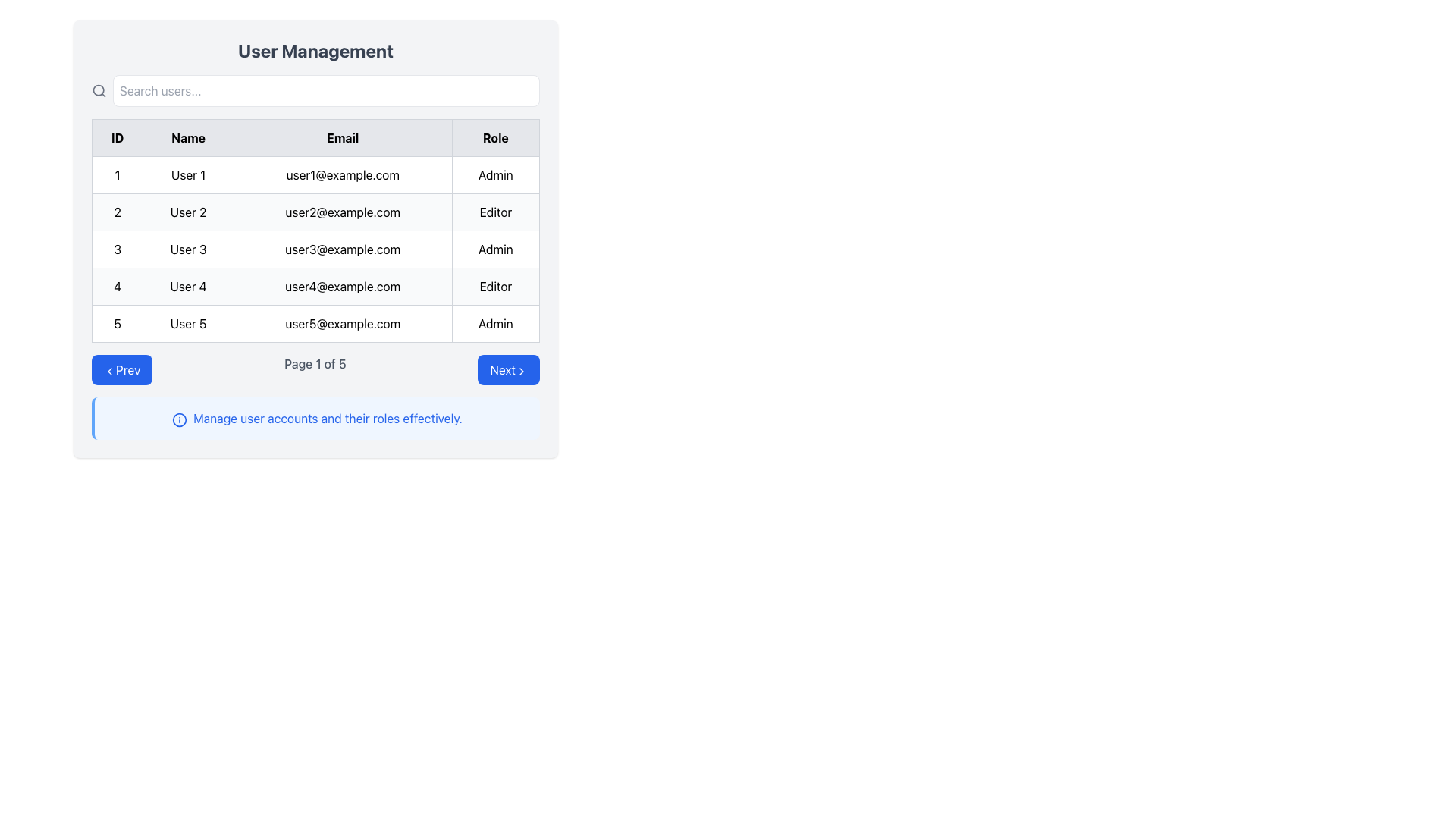 The height and width of the screenshot is (819, 1456). What do you see at coordinates (187, 323) in the screenshot?
I see `the table cell containing 'User 5', which is the second cell in the fifth row of the table layout` at bounding box center [187, 323].